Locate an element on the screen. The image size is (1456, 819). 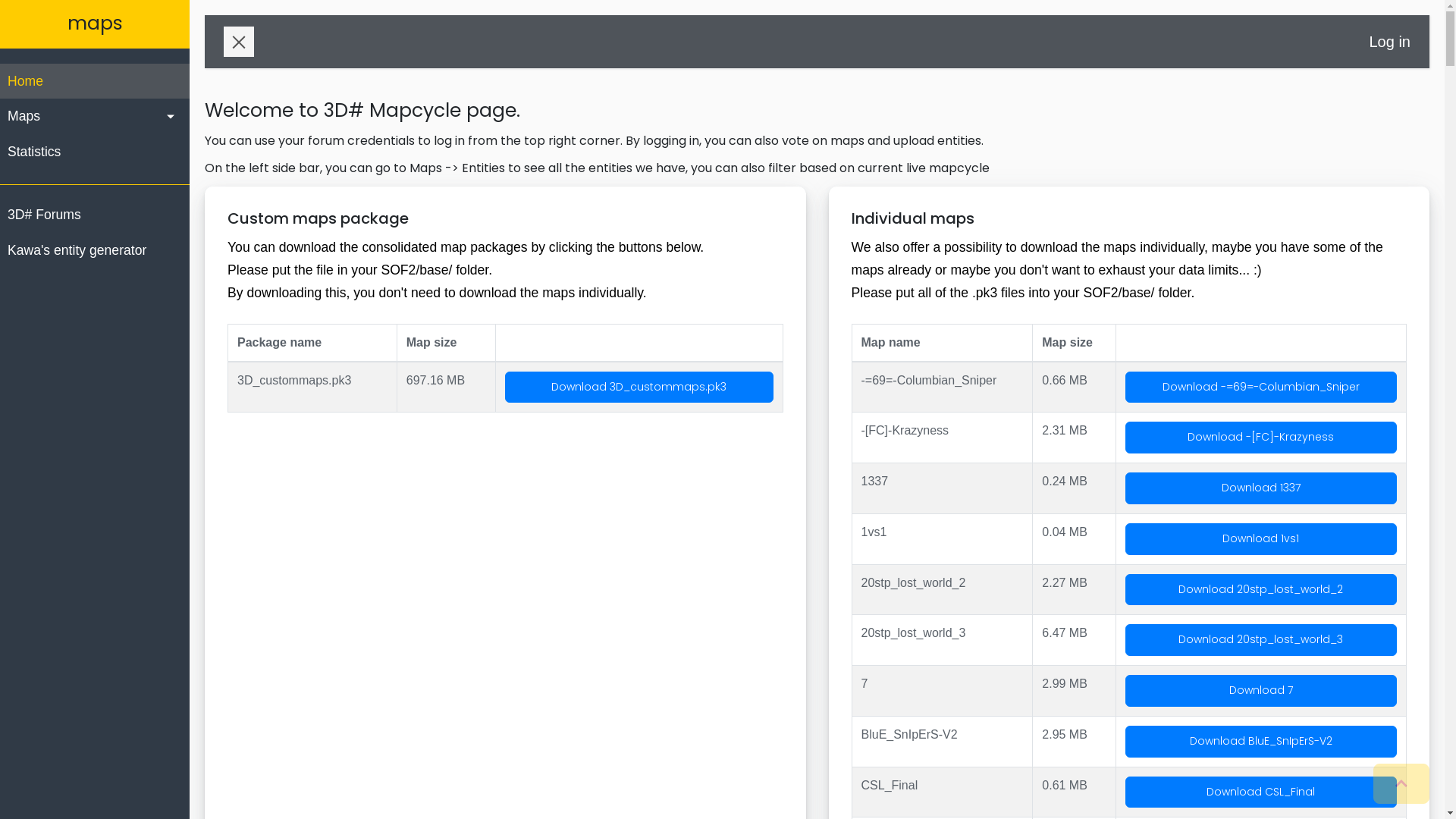
'Statistics' is located at coordinates (93, 152).